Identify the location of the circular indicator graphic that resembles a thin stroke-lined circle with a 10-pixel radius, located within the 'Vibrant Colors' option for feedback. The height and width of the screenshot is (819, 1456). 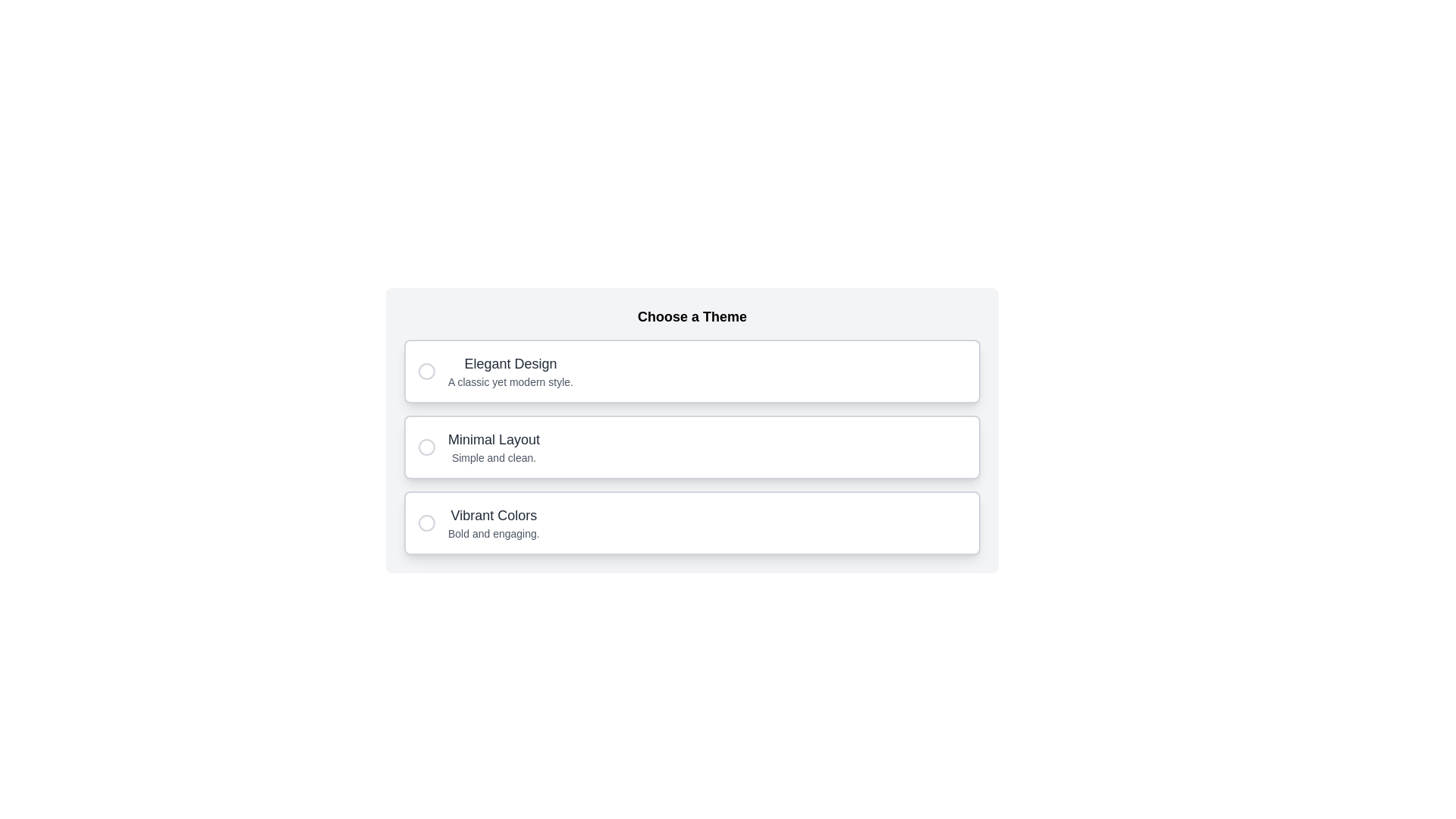
(425, 522).